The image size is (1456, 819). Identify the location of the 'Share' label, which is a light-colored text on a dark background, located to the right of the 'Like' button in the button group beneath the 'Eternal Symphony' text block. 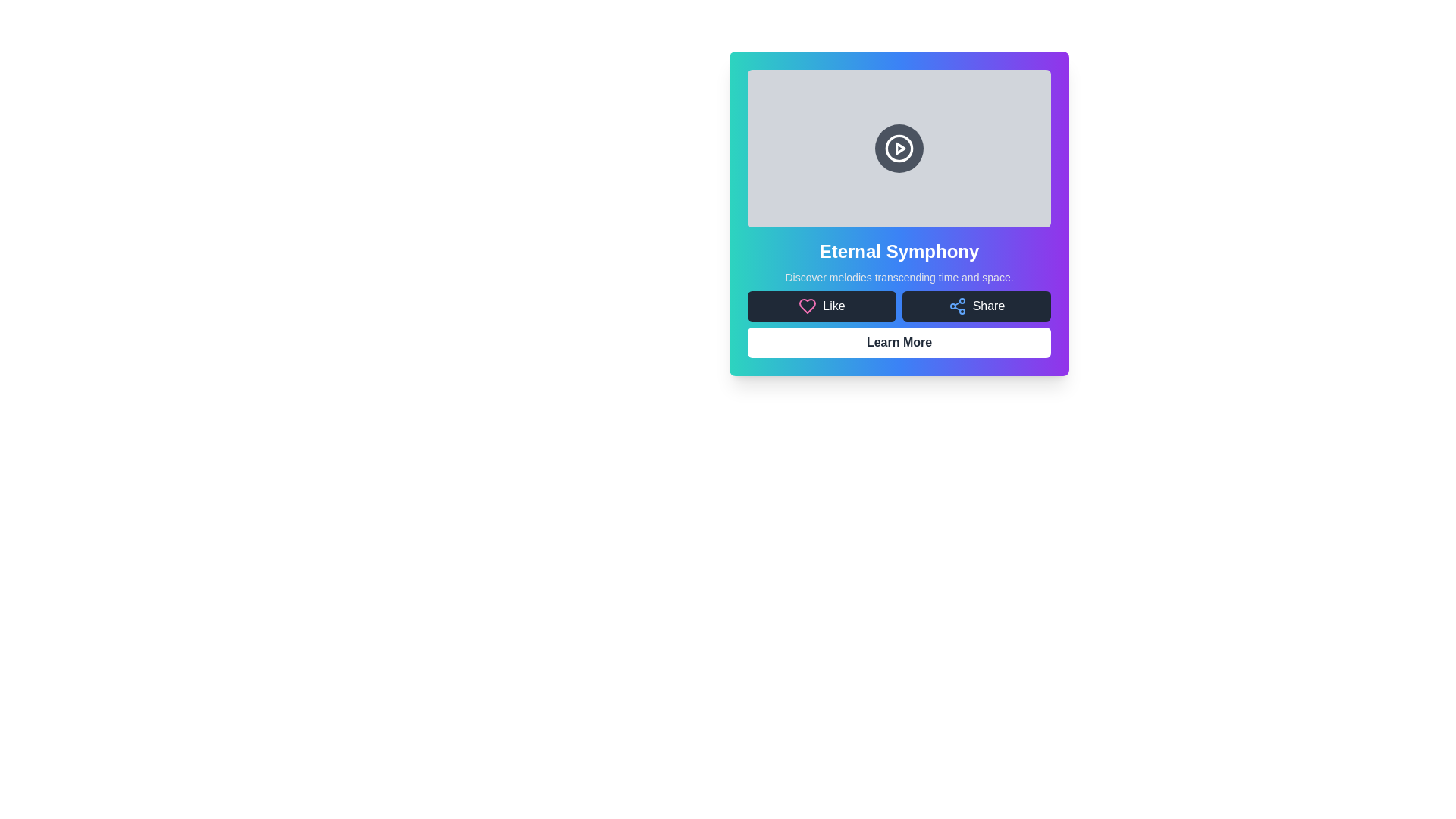
(989, 306).